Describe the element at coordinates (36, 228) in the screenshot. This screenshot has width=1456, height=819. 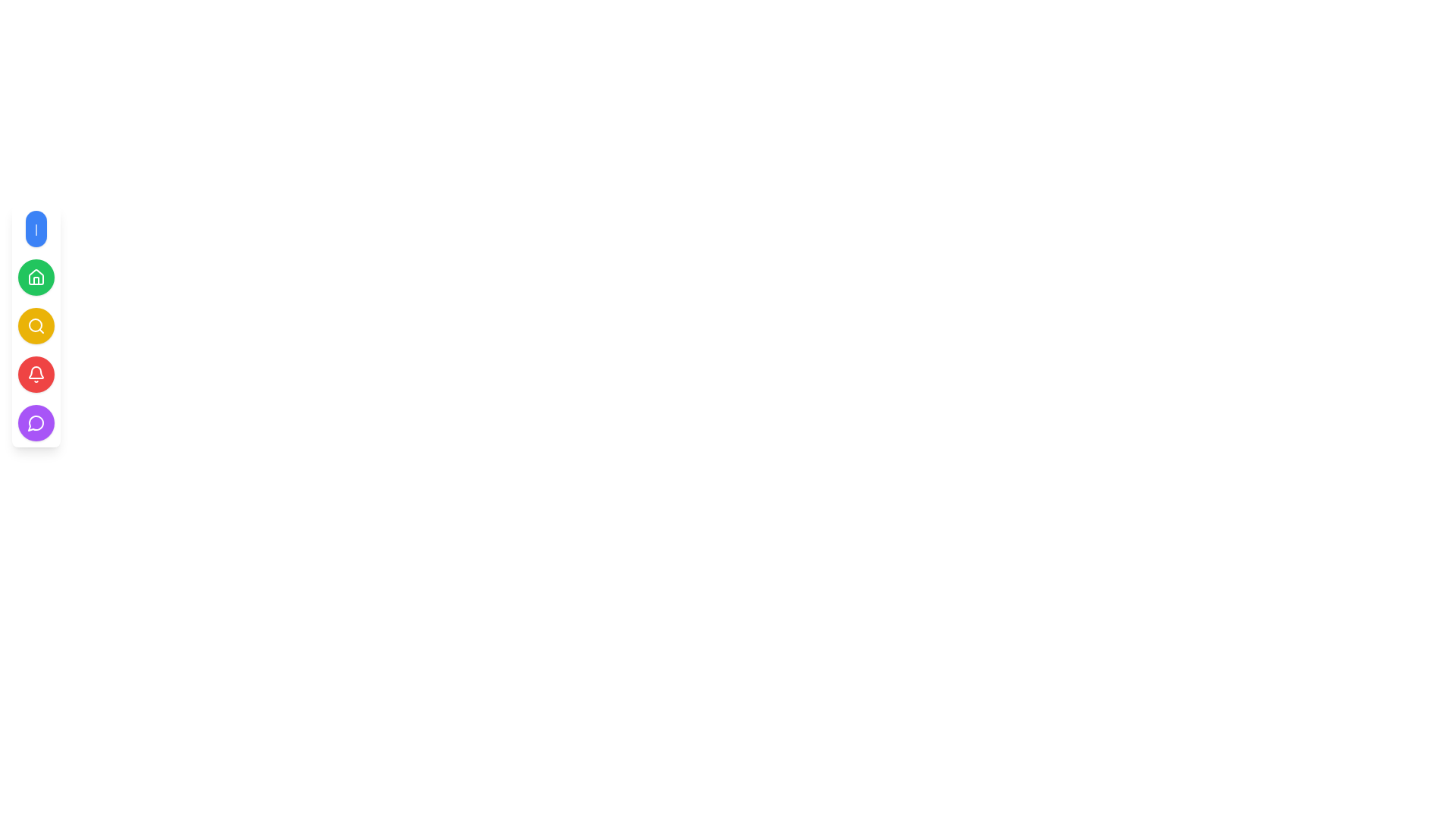
I see `the circular blue button with a white vertical bar at its center, positioned at the top of a vertical stack of controls in the fixed sidebar on the left` at that location.